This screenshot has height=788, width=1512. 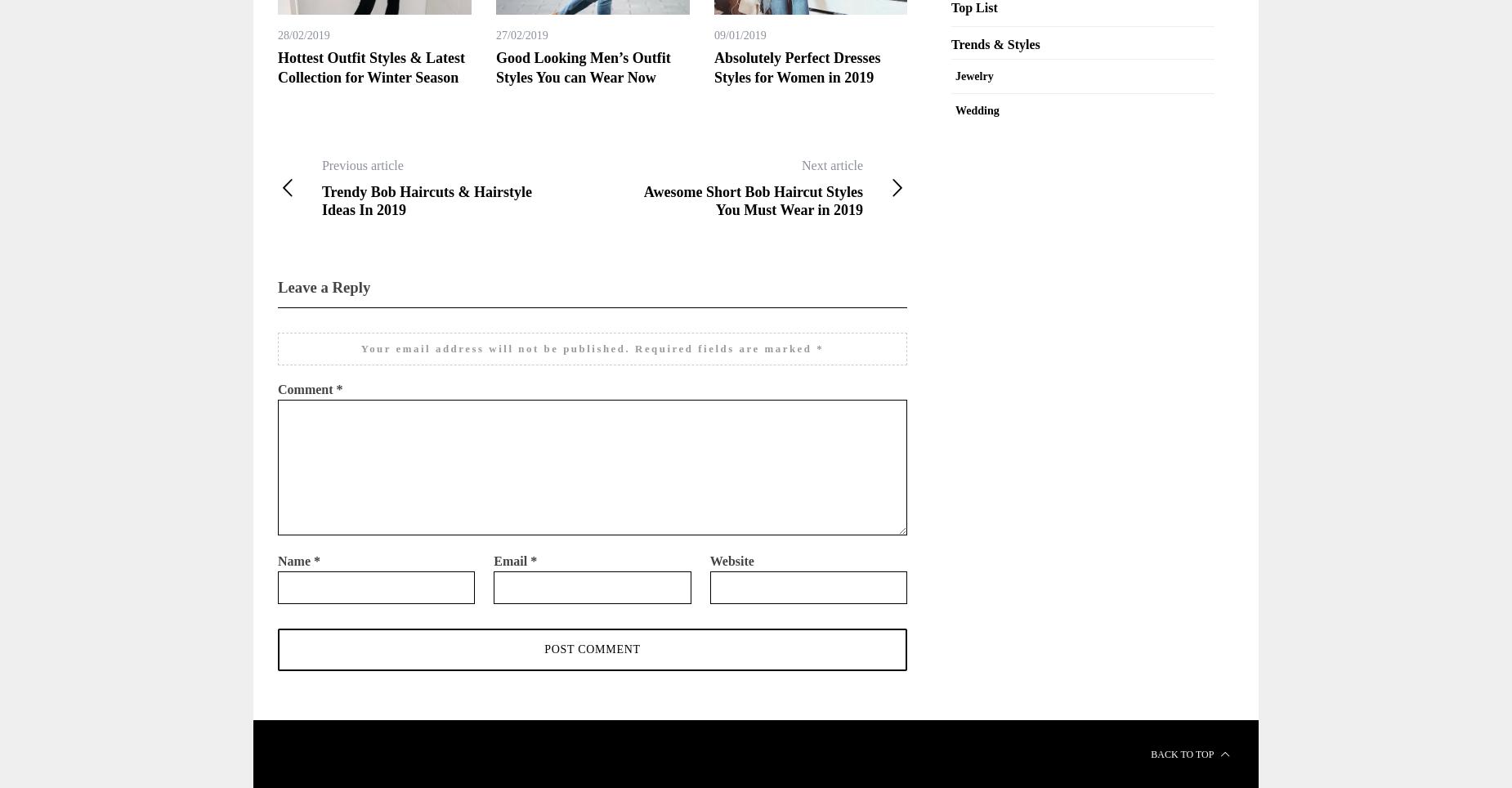 I want to click on '28/11/2018', so click(x=1394, y=35).